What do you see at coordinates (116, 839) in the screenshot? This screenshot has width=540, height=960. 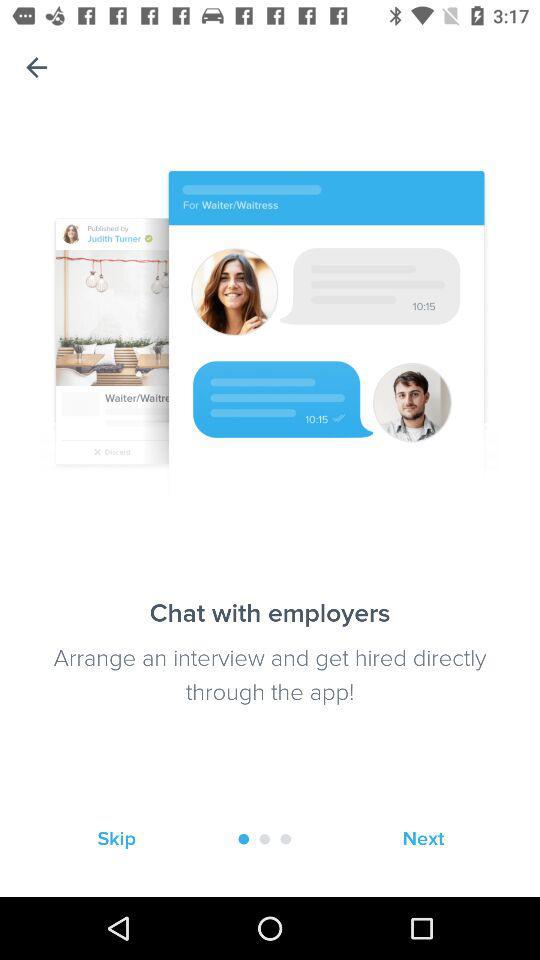 I see `item at the bottom left corner` at bounding box center [116, 839].